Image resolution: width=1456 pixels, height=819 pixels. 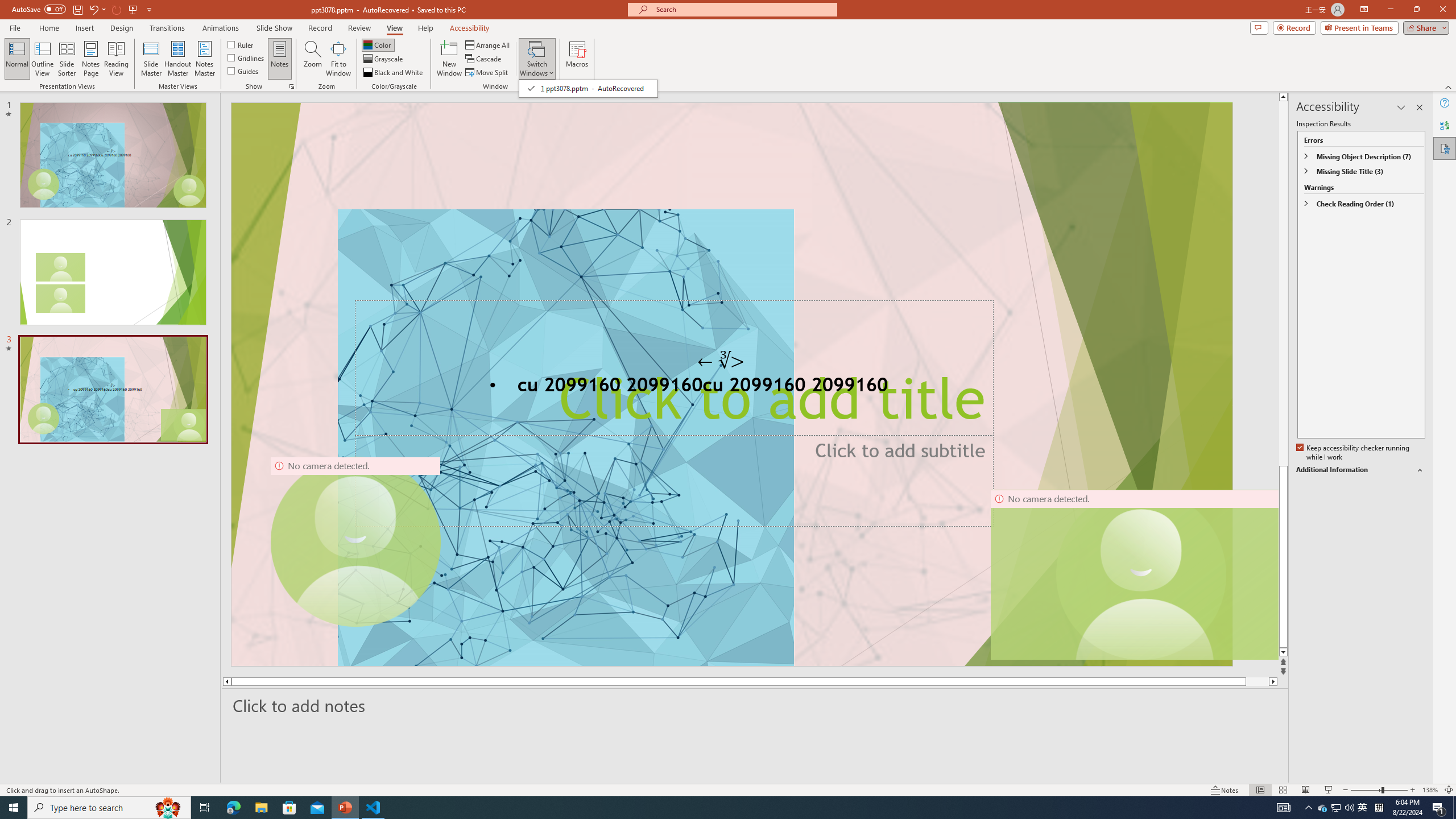 I want to click on 'Ruler', so click(x=241, y=44).